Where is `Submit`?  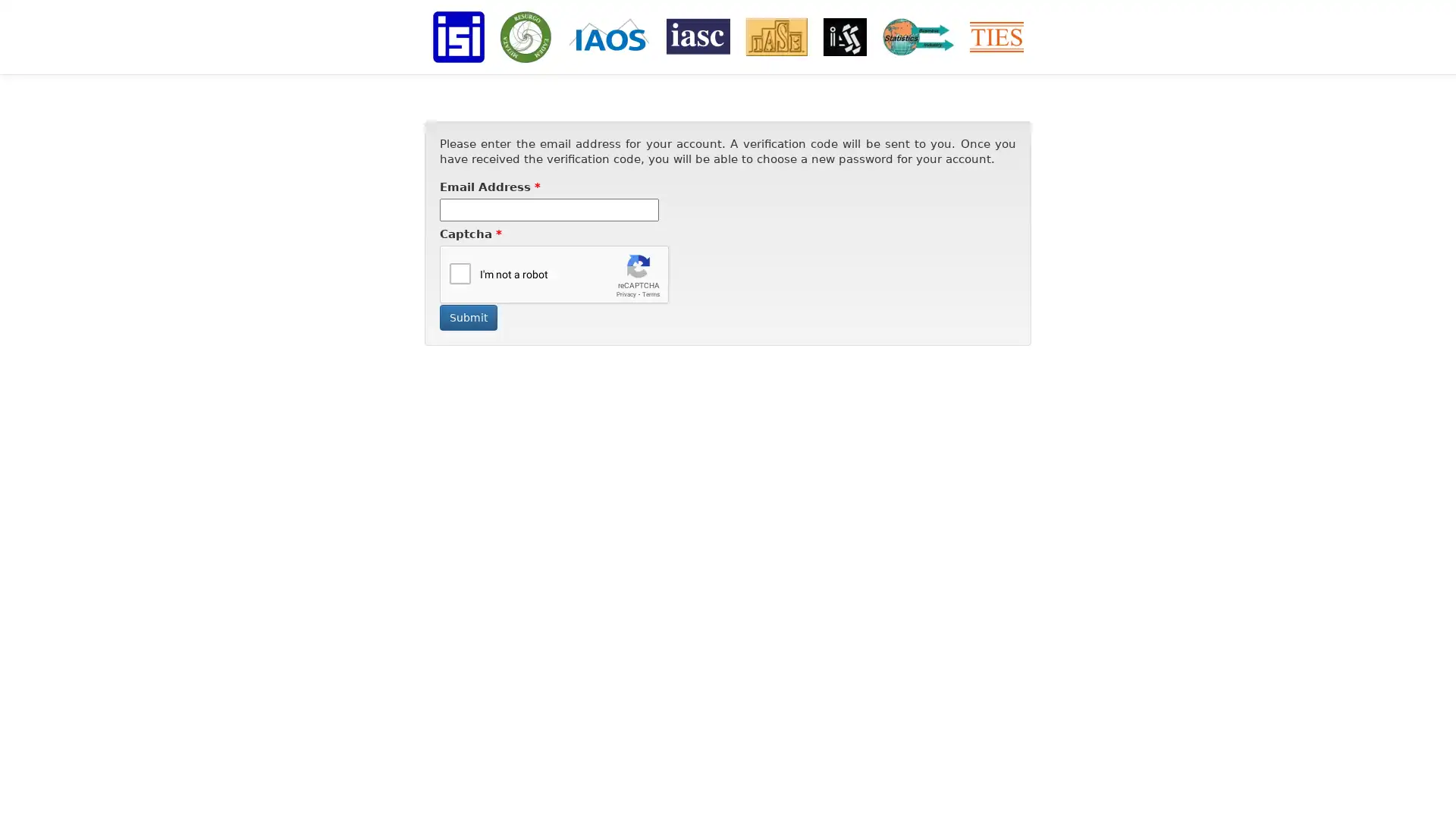 Submit is located at coordinates (468, 317).